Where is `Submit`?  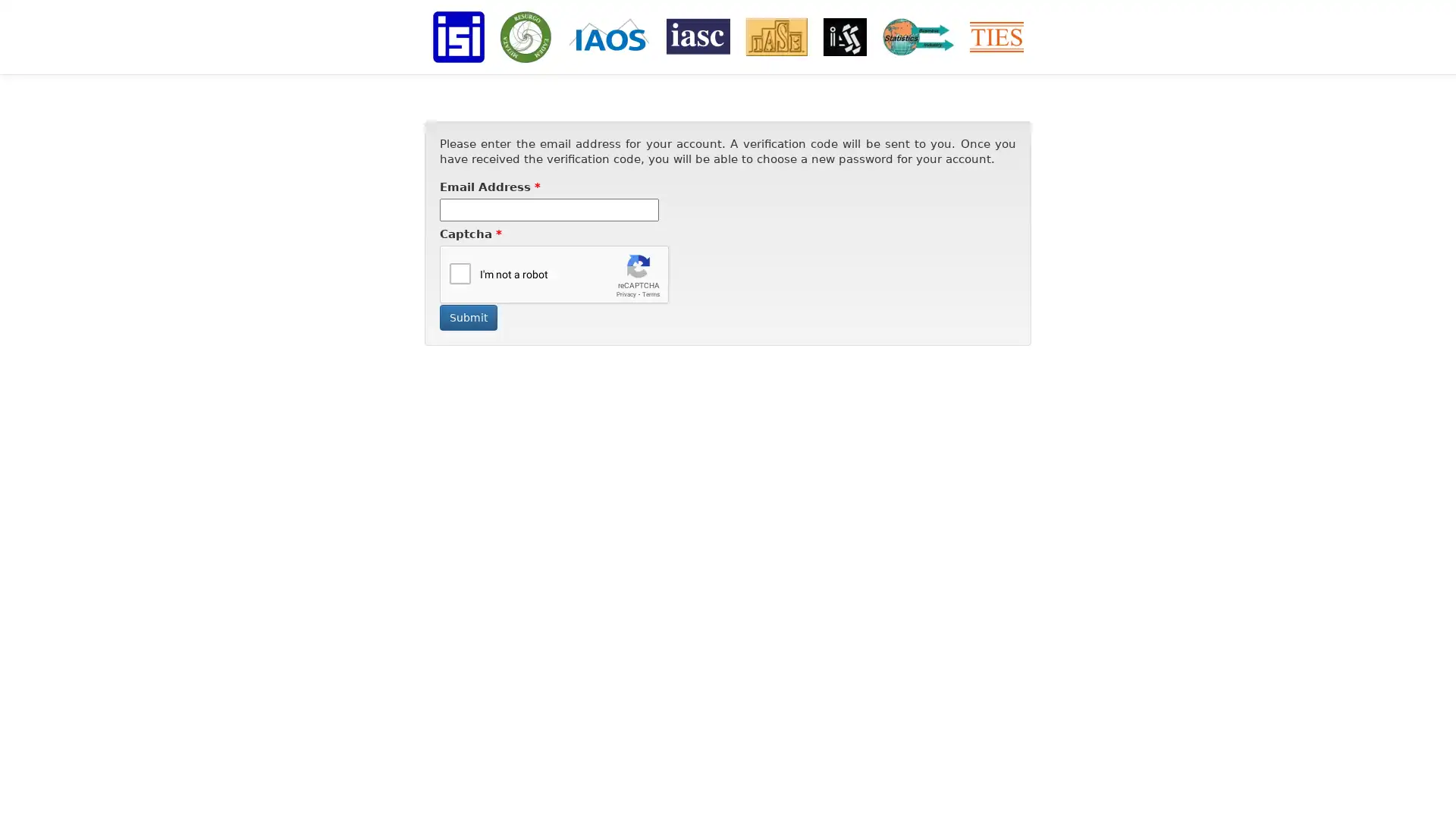 Submit is located at coordinates (468, 317).